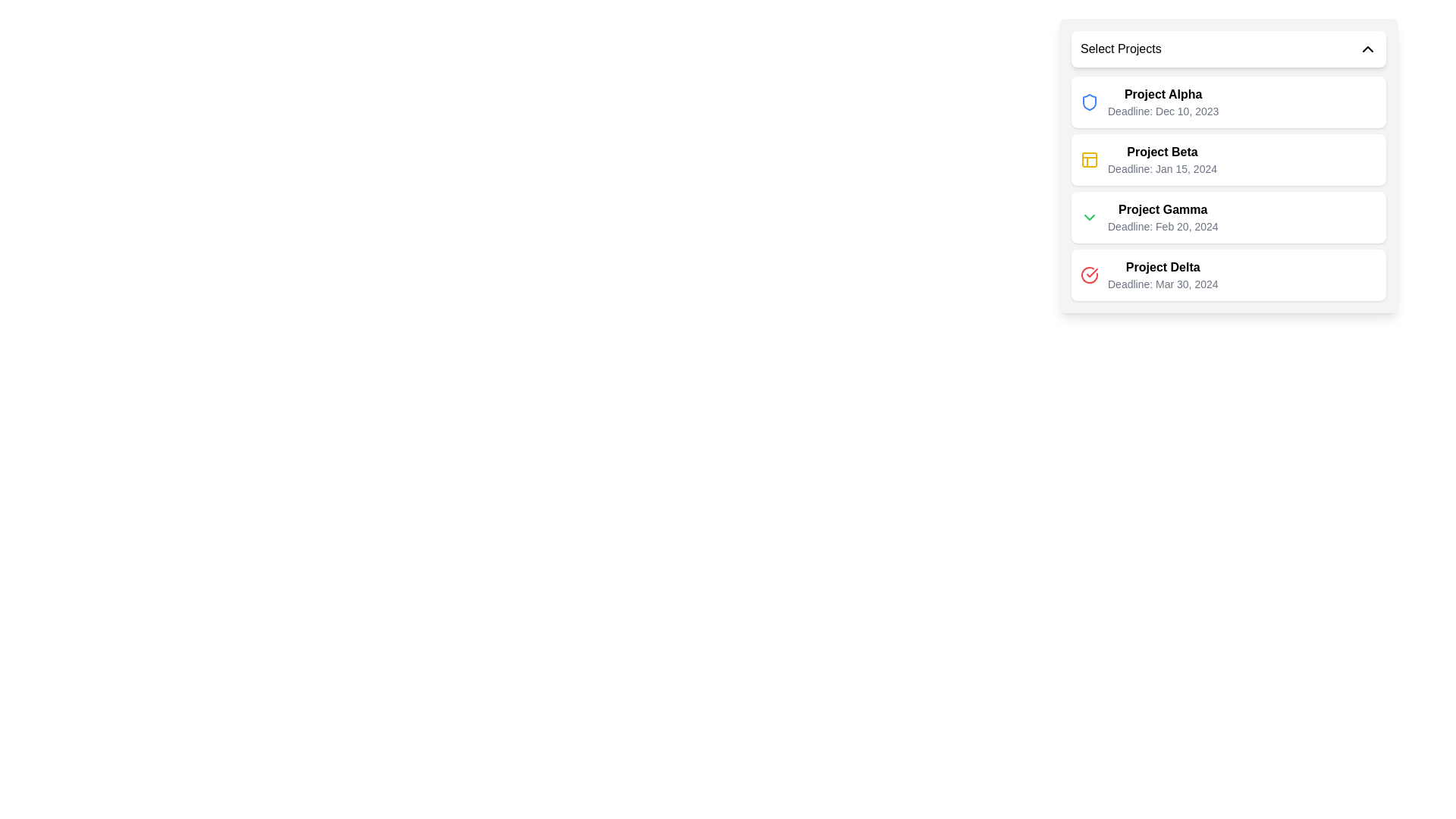 The image size is (1456, 819). What do you see at coordinates (1088, 160) in the screenshot?
I see `the small yellow outlined grid panel icon located to the immediate left of the text 'Project Beta' and its associated deadline` at bounding box center [1088, 160].